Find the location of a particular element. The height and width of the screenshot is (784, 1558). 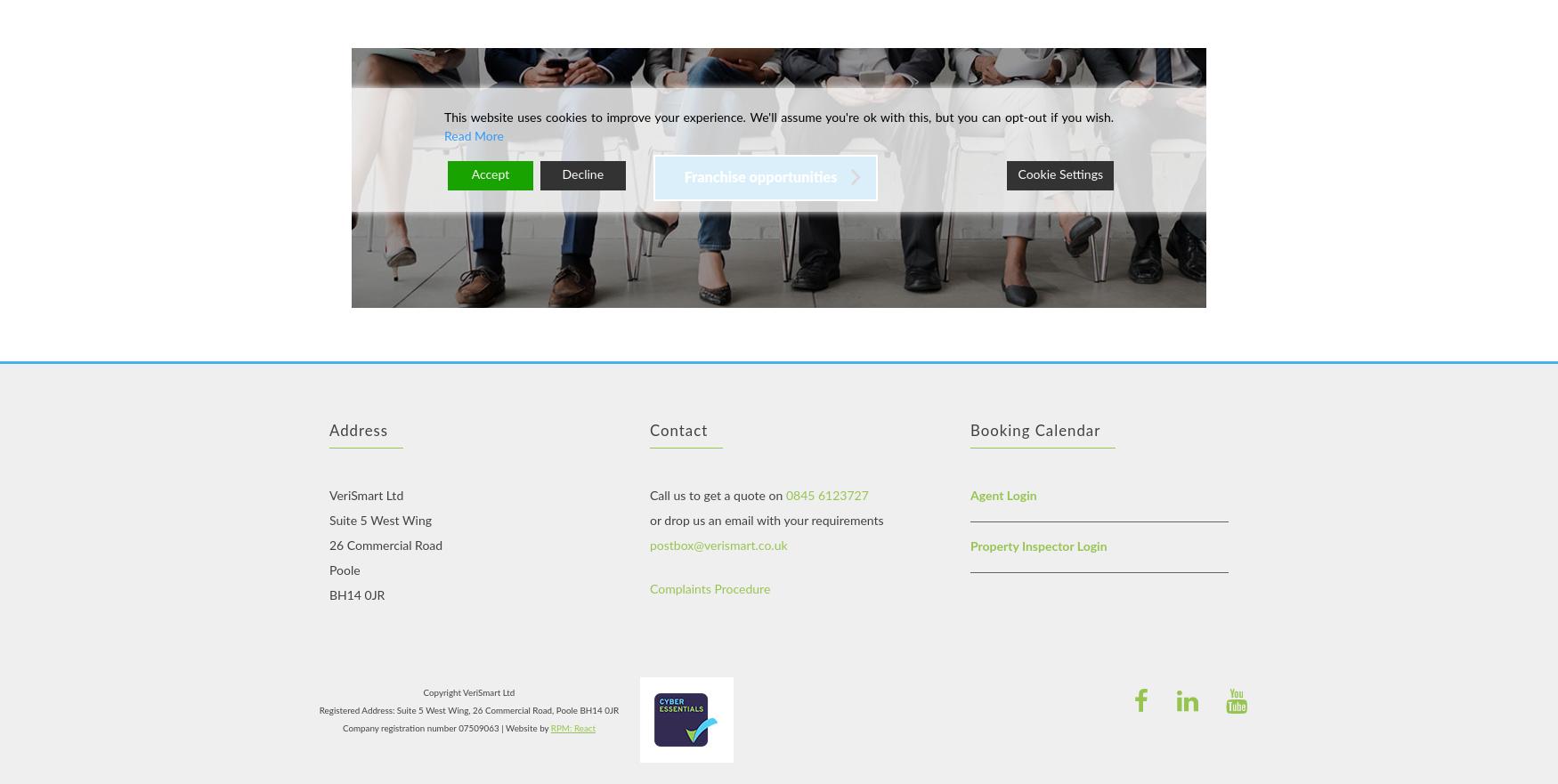

'Contact' is located at coordinates (649, 429).